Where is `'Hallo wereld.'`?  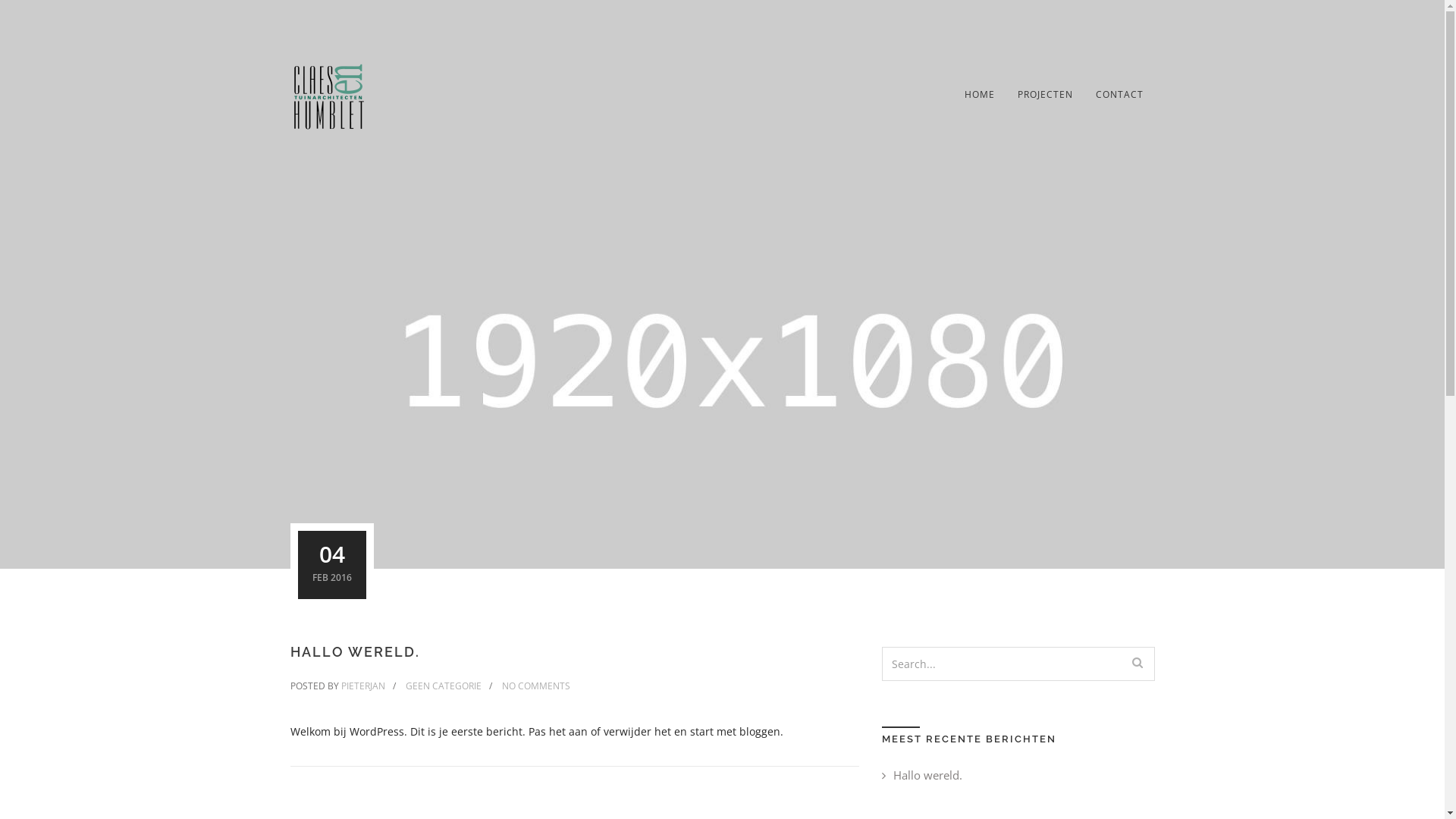
'Hallo wereld.' is located at coordinates (880, 775).